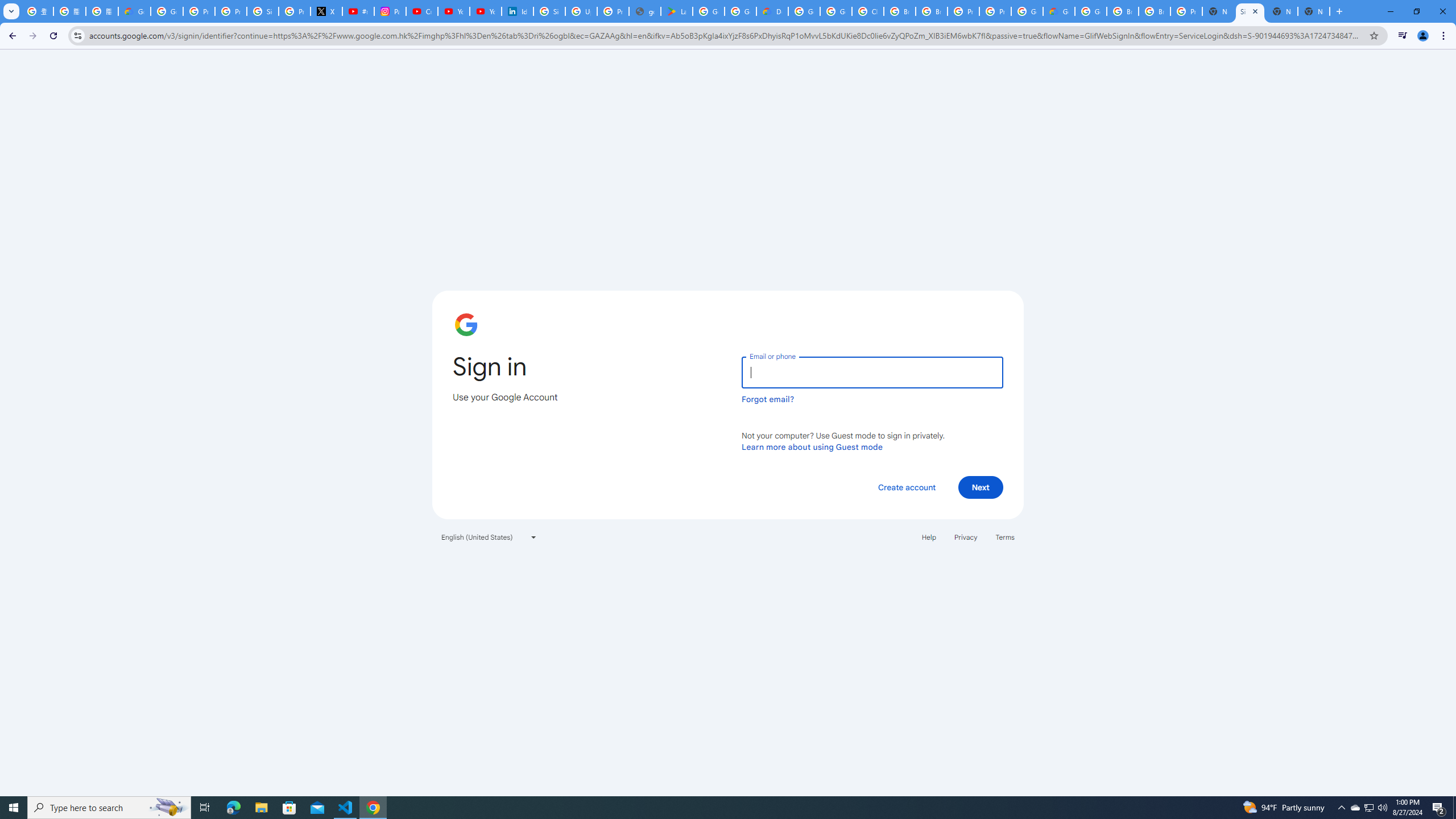 The image size is (1456, 819). Describe the element at coordinates (981, 486) in the screenshot. I see `'Next'` at that location.